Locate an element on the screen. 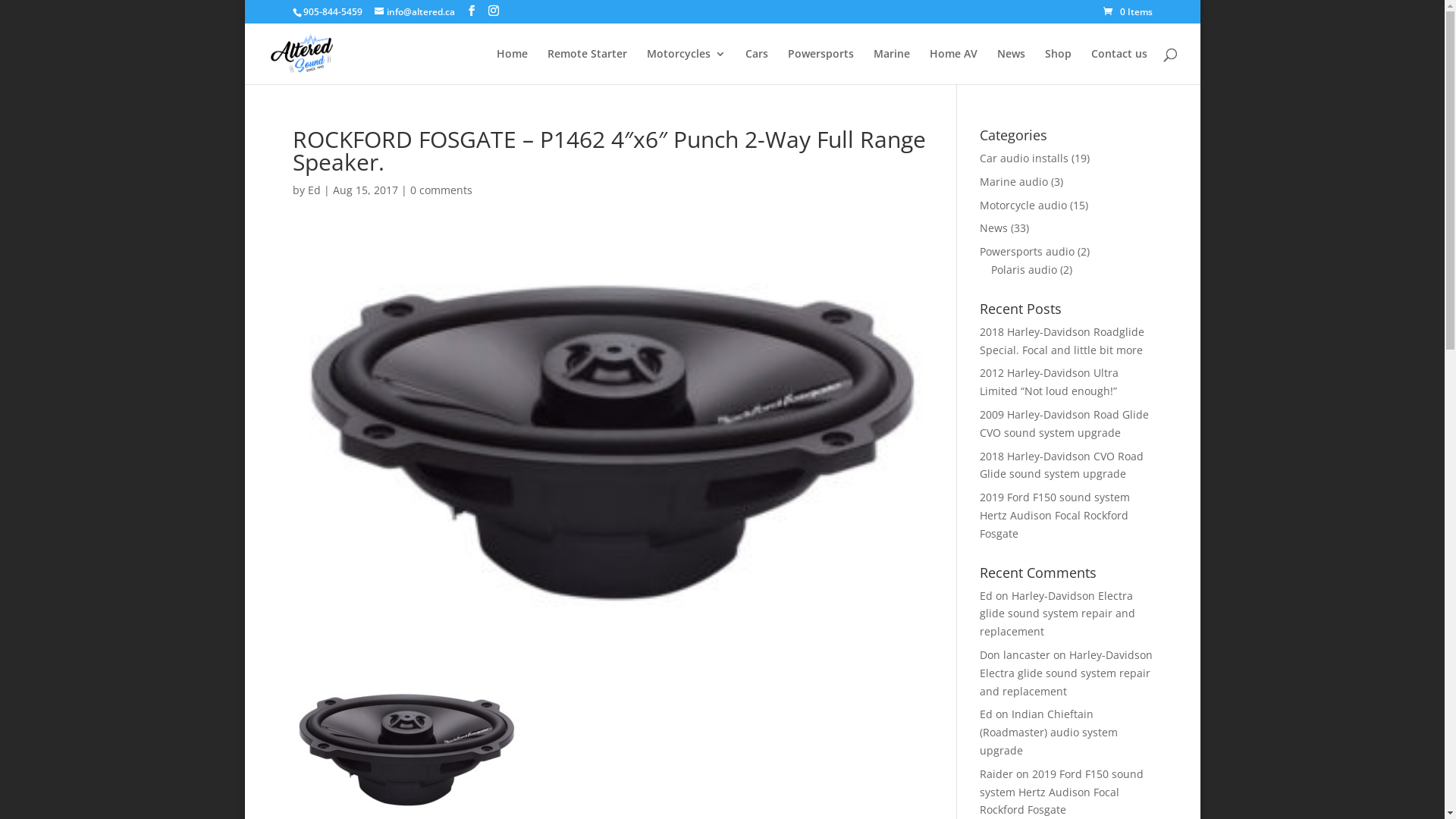 The image size is (1456, 819). 'Home' is located at coordinates (511, 65).